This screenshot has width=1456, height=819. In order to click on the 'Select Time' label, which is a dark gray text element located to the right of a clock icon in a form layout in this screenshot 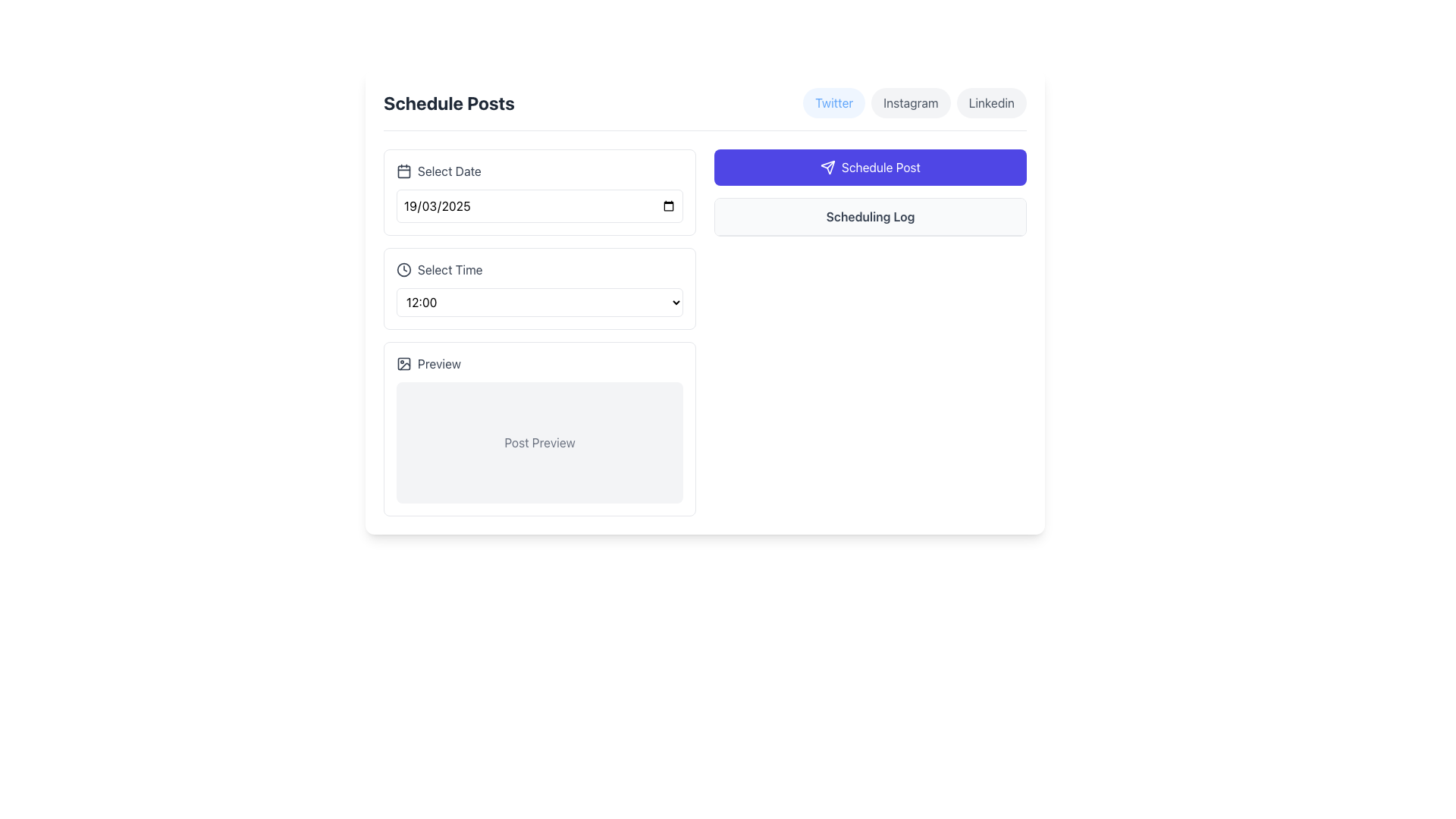, I will do `click(449, 268)`.